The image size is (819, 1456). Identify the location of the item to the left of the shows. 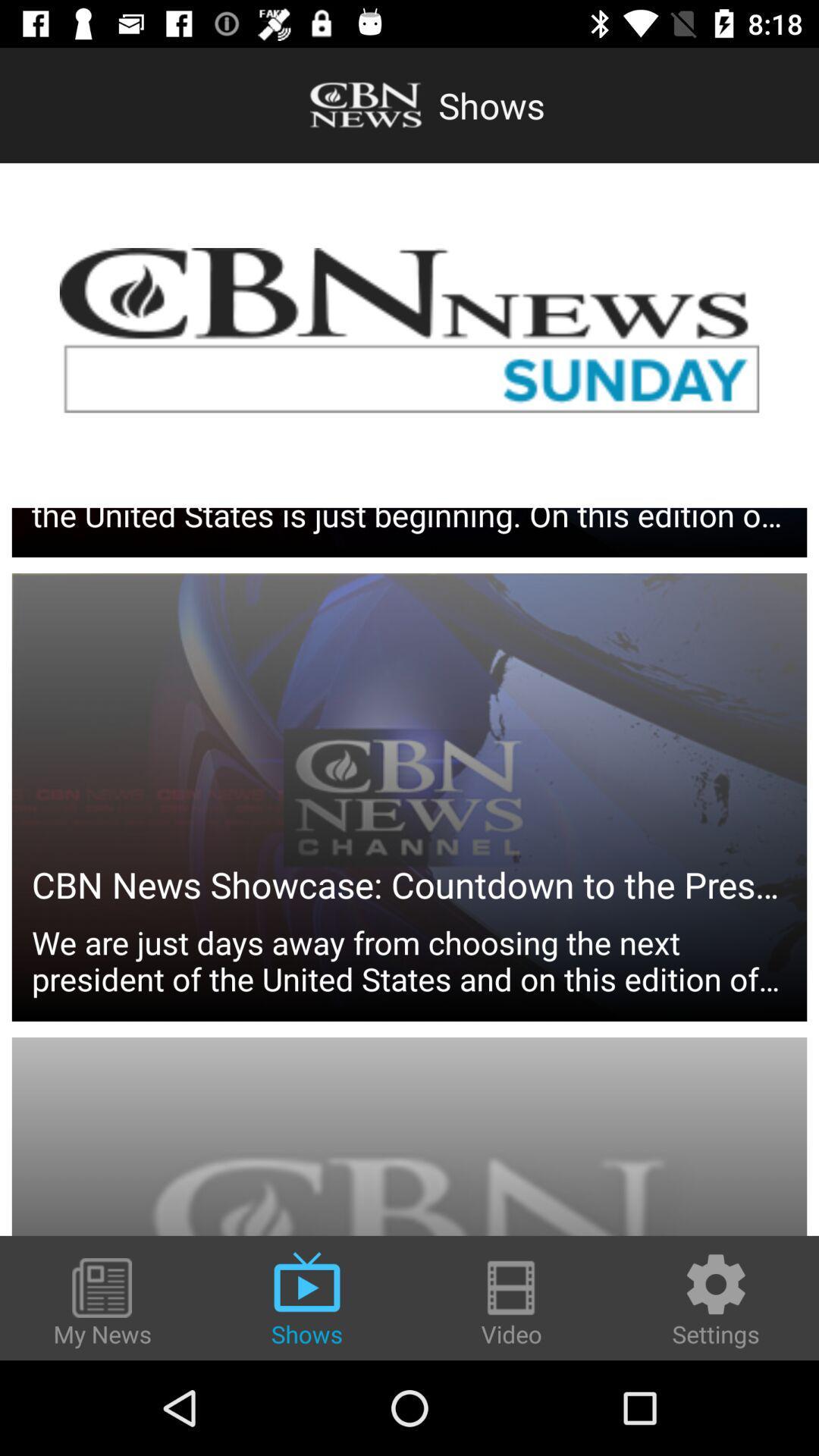
(102, 1303).